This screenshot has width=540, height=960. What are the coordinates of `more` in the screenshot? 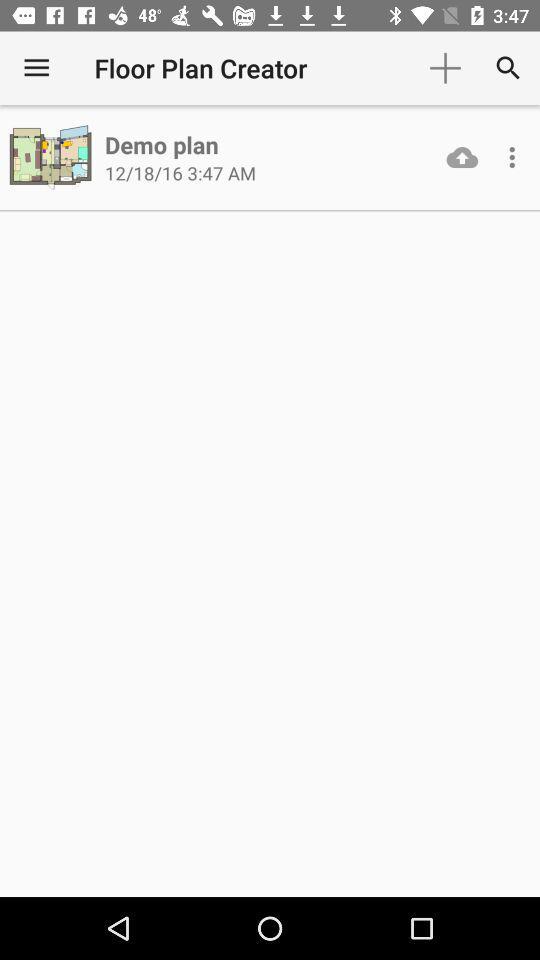 It's located at (512, 156).